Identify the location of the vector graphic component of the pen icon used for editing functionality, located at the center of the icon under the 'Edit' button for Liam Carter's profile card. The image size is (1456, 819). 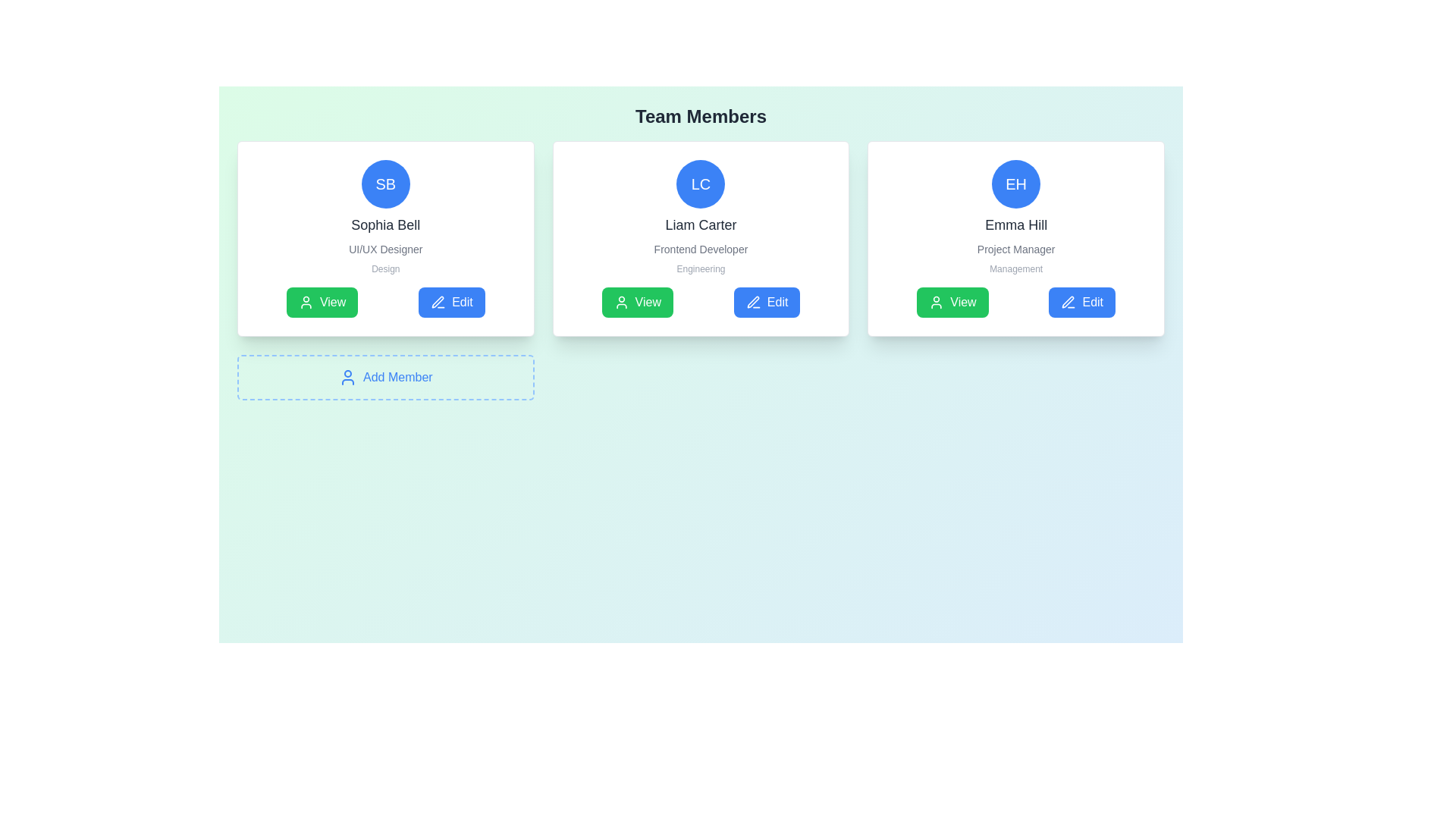
(437, 302).